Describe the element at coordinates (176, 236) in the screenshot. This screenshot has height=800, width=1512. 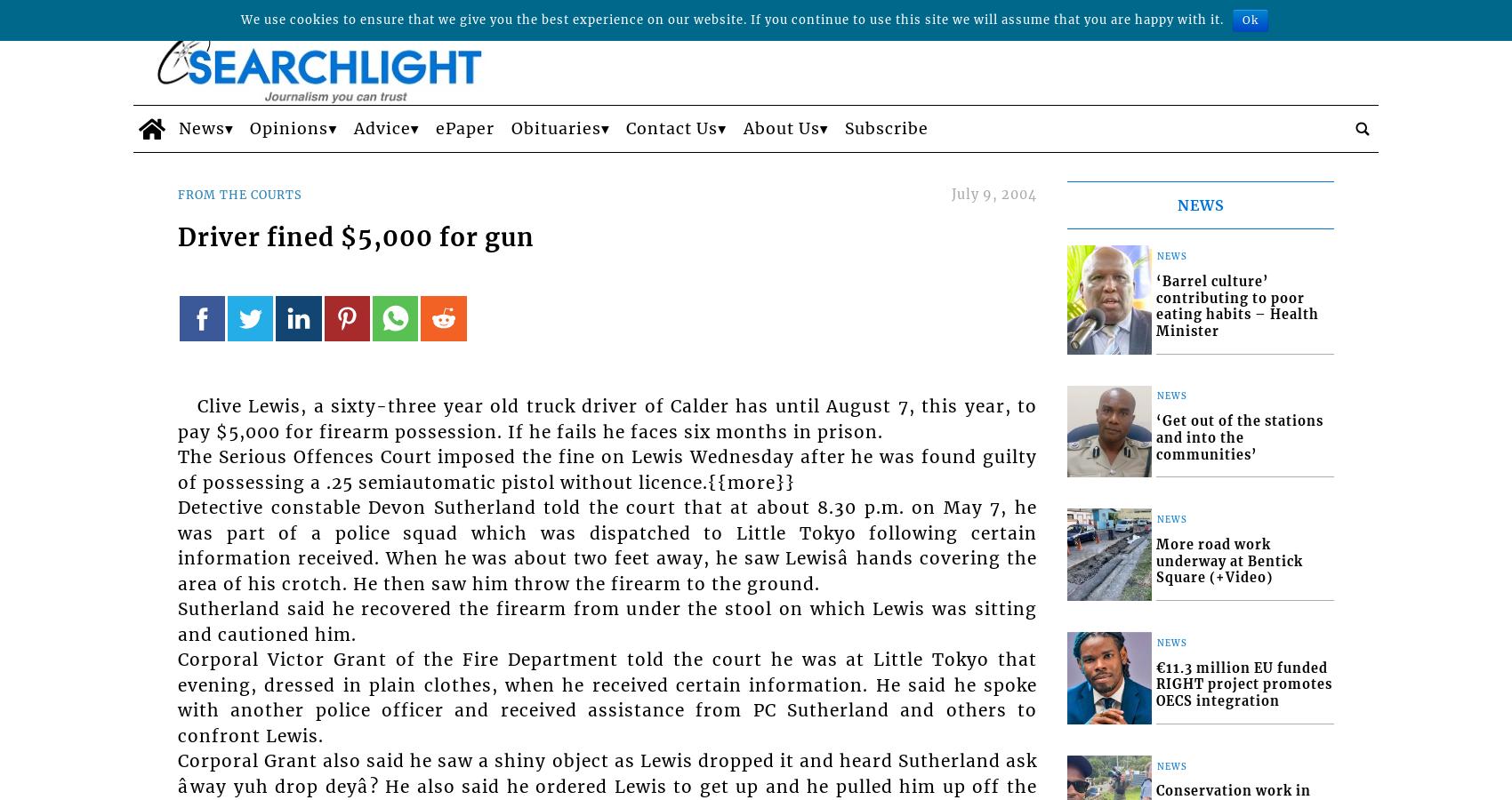
I see `'Driver fined $5,000 for gun'` at that location.